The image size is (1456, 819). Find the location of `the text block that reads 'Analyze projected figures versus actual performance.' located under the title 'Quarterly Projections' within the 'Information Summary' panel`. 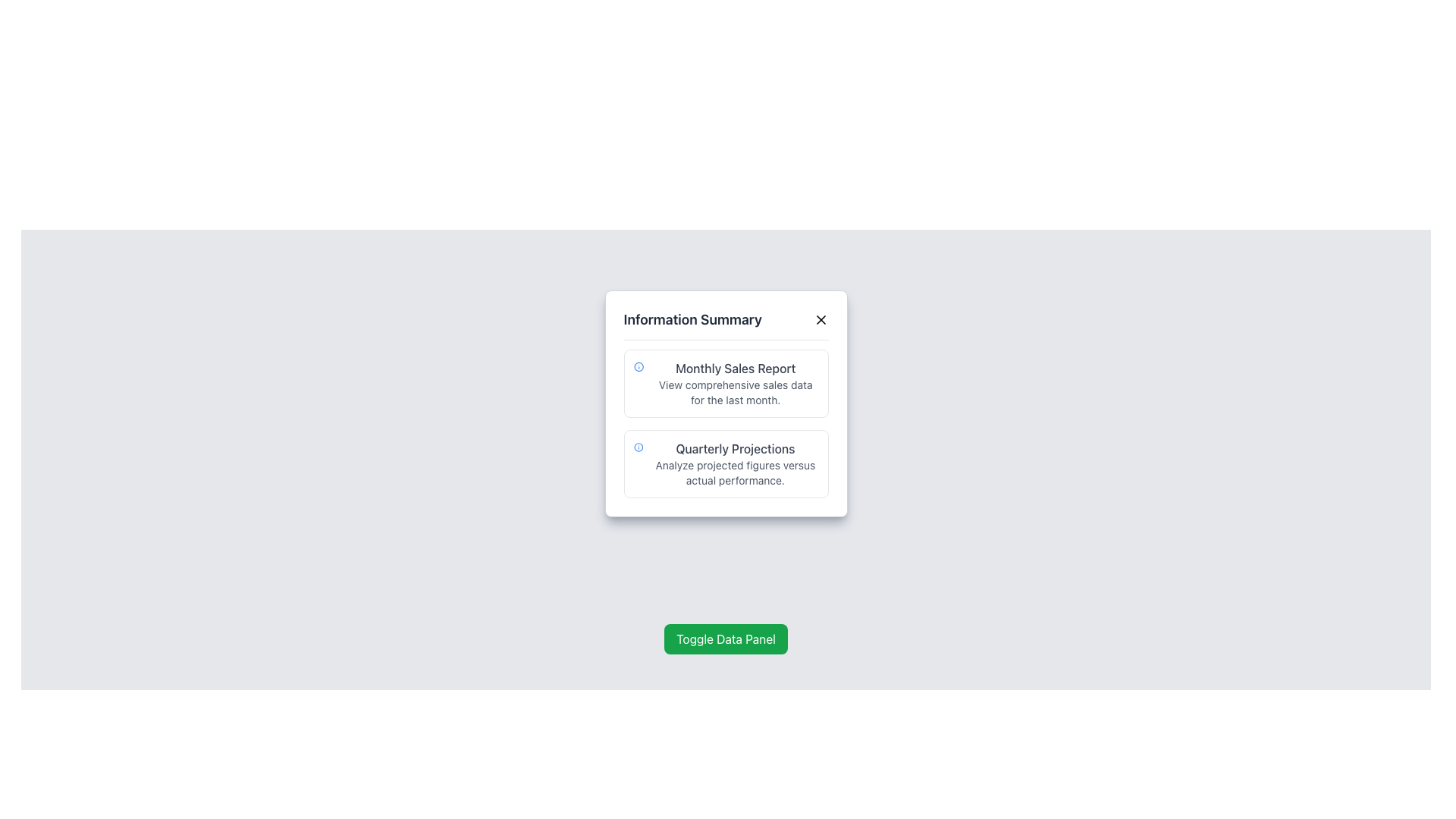

the text block that reads 'Analyze projected figures versus actual performance.' located under the title 'Quarterly Projections' within the 'Information Summary' panel is located at coordinates (735, 472).